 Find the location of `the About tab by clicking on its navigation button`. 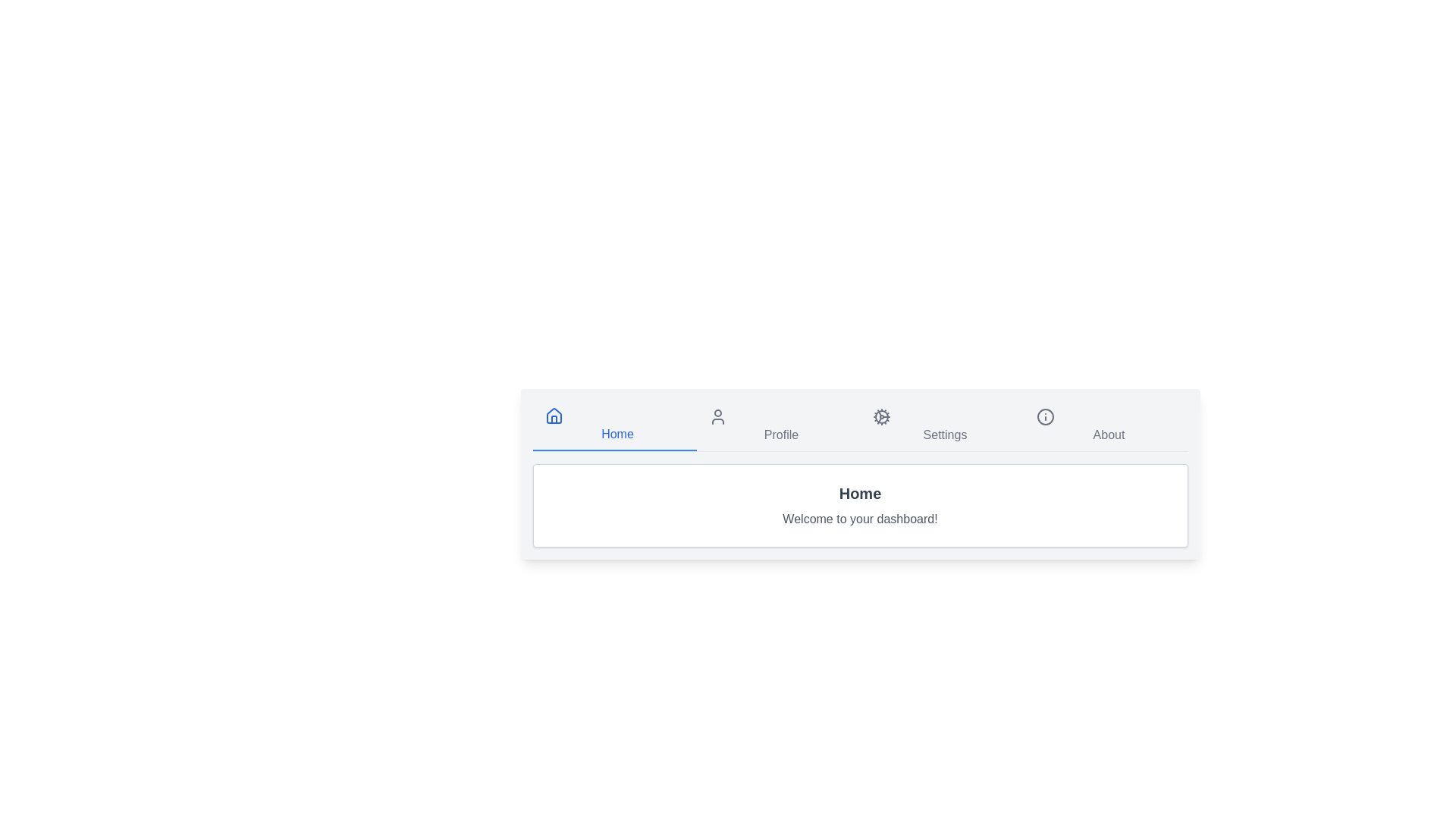

the About tab by clicking on its navigation button is located at coordinates (1106, 426).